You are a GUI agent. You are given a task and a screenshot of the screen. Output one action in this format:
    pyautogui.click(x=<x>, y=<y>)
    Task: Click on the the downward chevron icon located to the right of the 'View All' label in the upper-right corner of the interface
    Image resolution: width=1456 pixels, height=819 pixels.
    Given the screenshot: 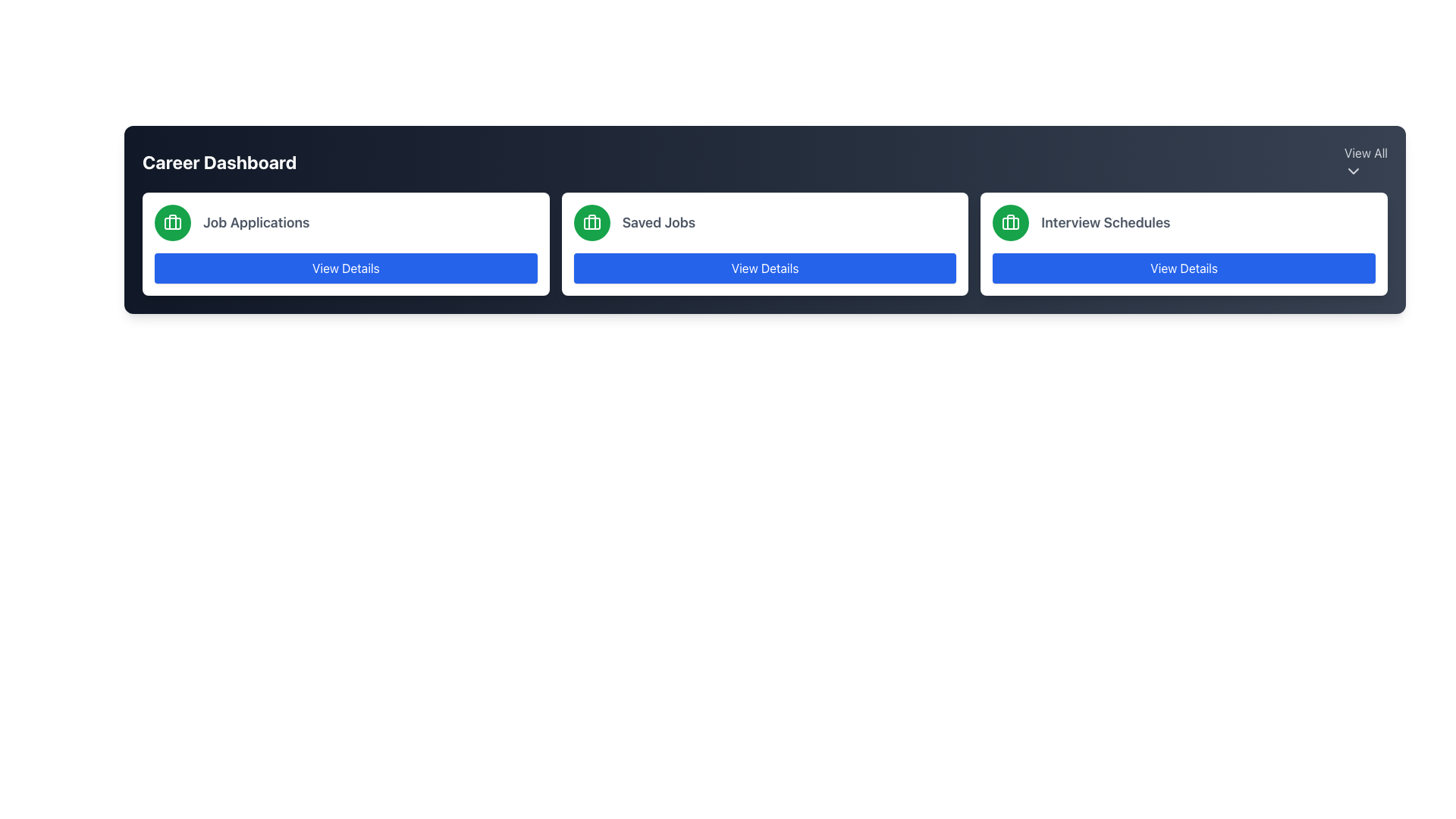 What is the action you would take?
    pyautogui.click(x=1353, y=171)
    